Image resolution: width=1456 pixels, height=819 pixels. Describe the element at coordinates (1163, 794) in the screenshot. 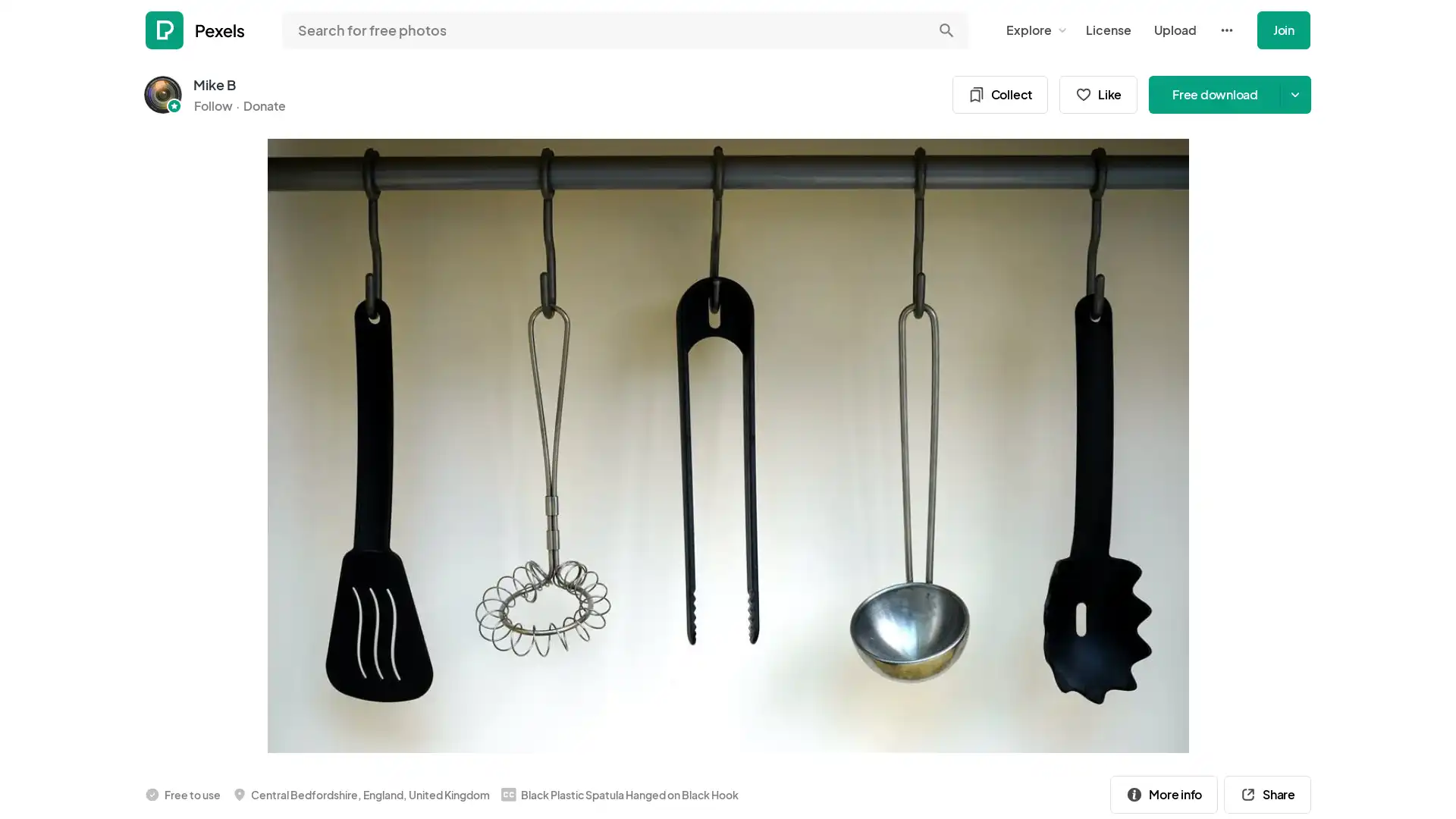

I see `More info` at that location.